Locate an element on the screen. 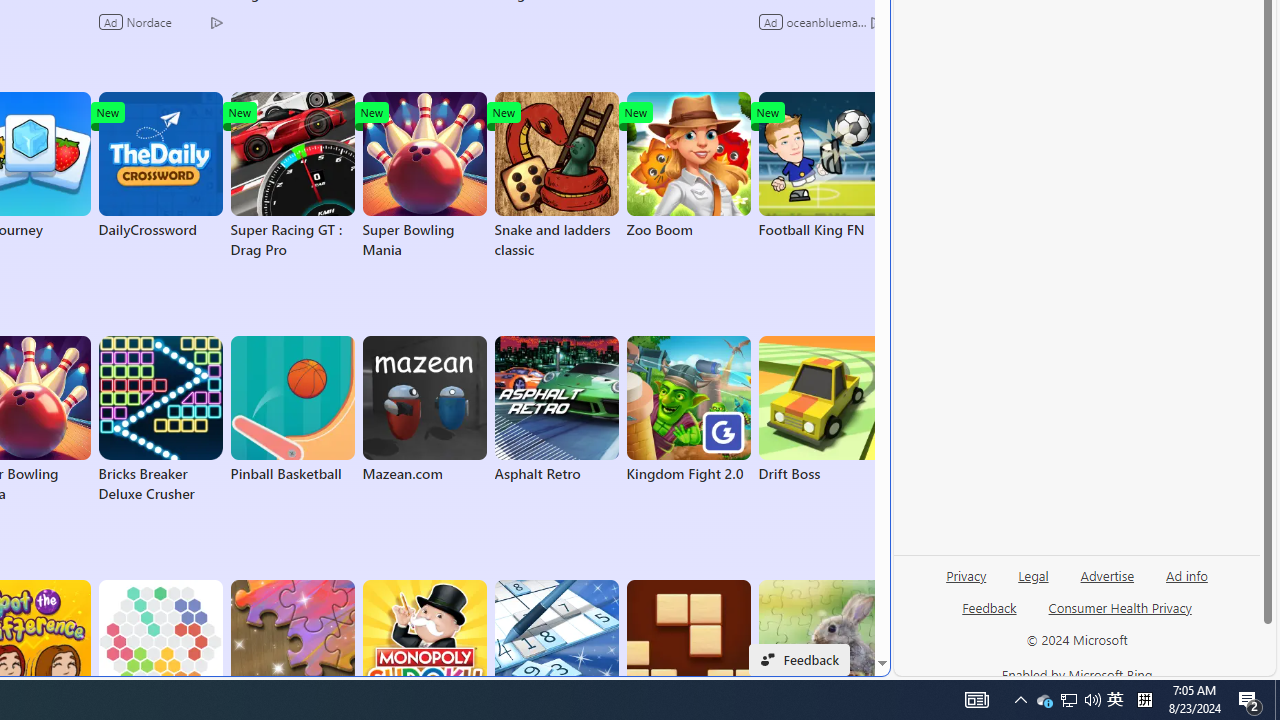  'DailyCrossword' is located at coordinates (160, 164).